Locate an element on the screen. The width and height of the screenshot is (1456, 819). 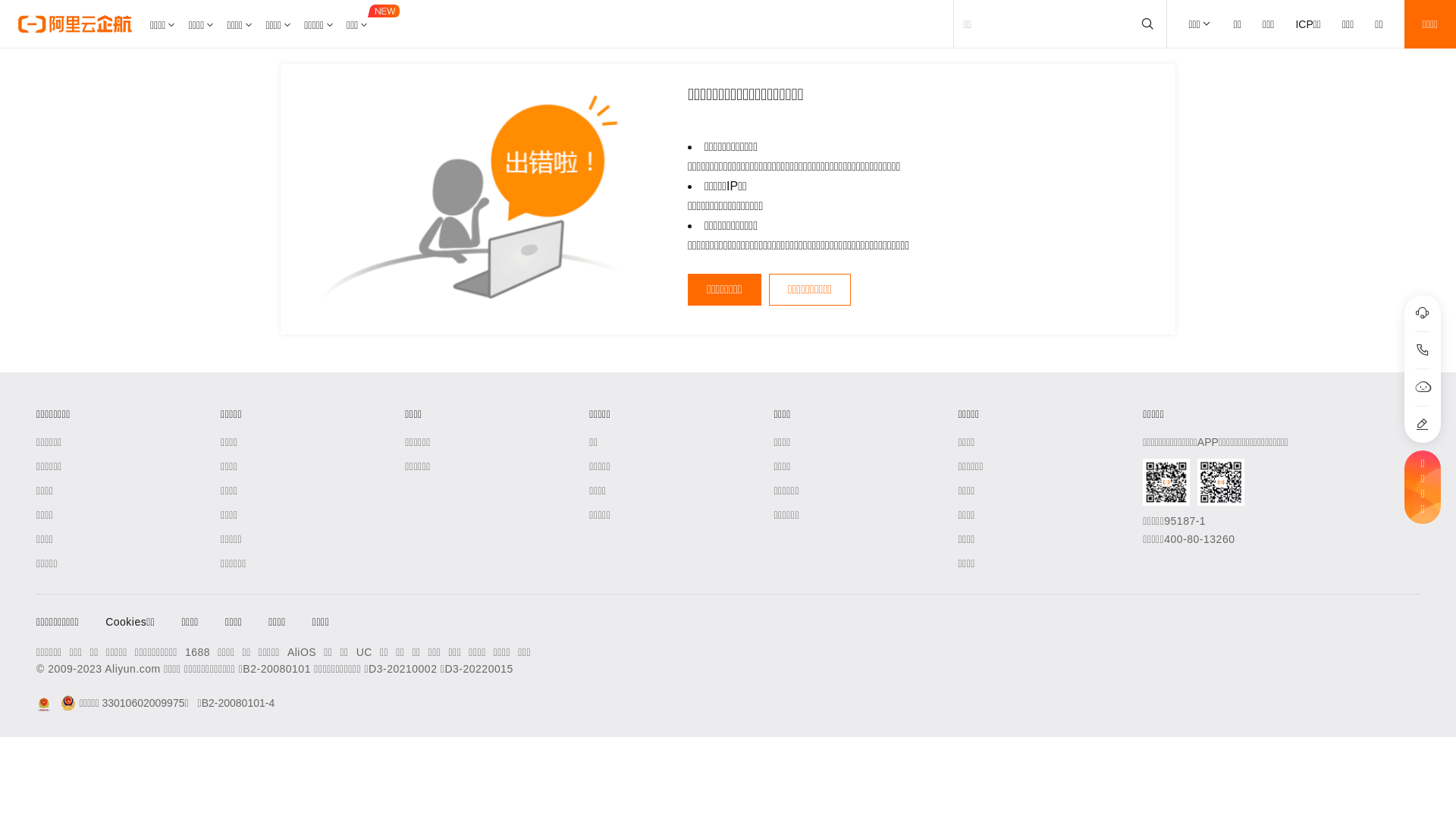
'UC' is located at coordinates (356, 651).